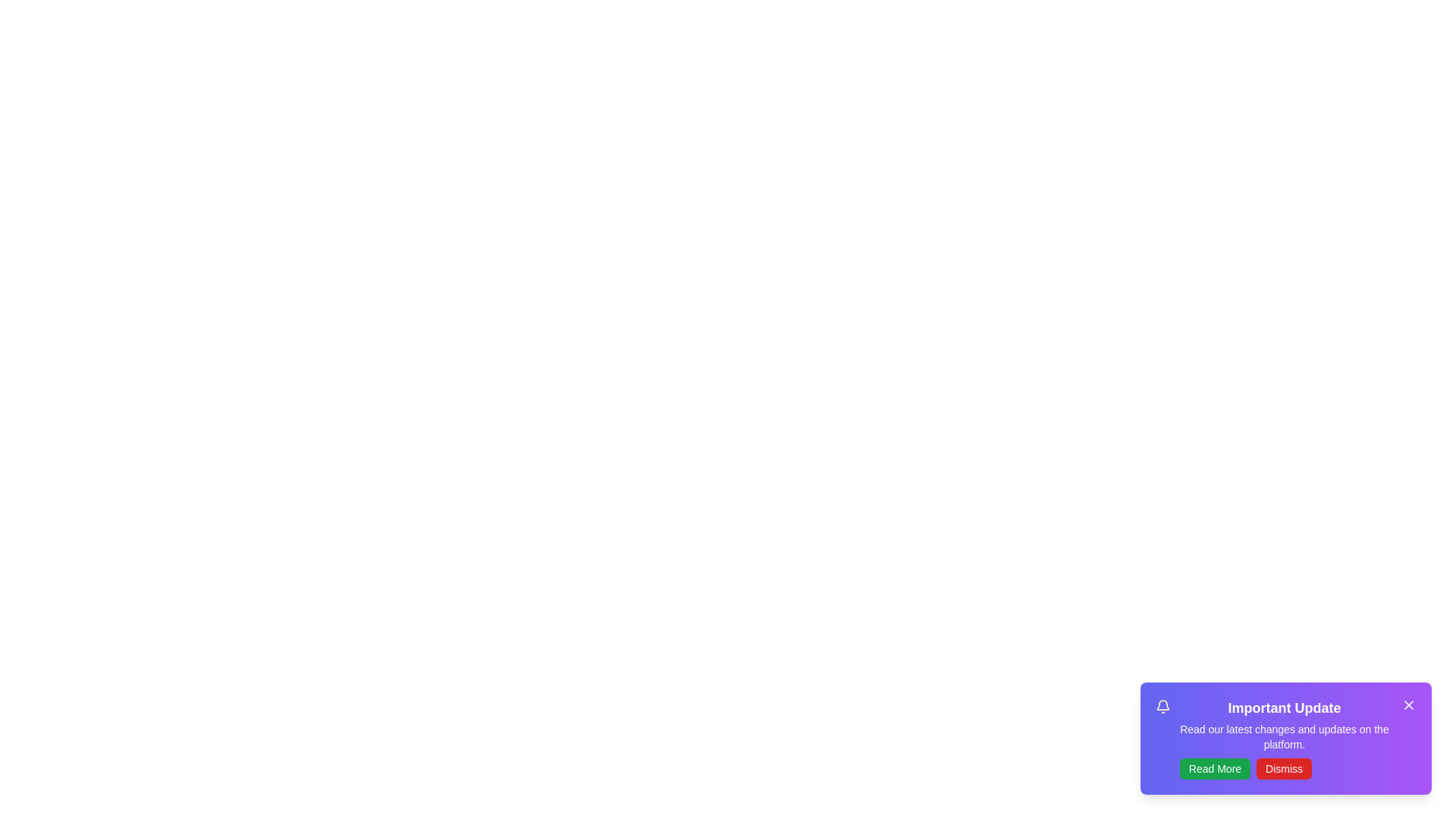 The height and width of the screenshot is (819, 1456). Describe the element at coordinates (1407, 704) in the screenshot. I see `close icon (X) on the notification snackbar to hide it` at that location.